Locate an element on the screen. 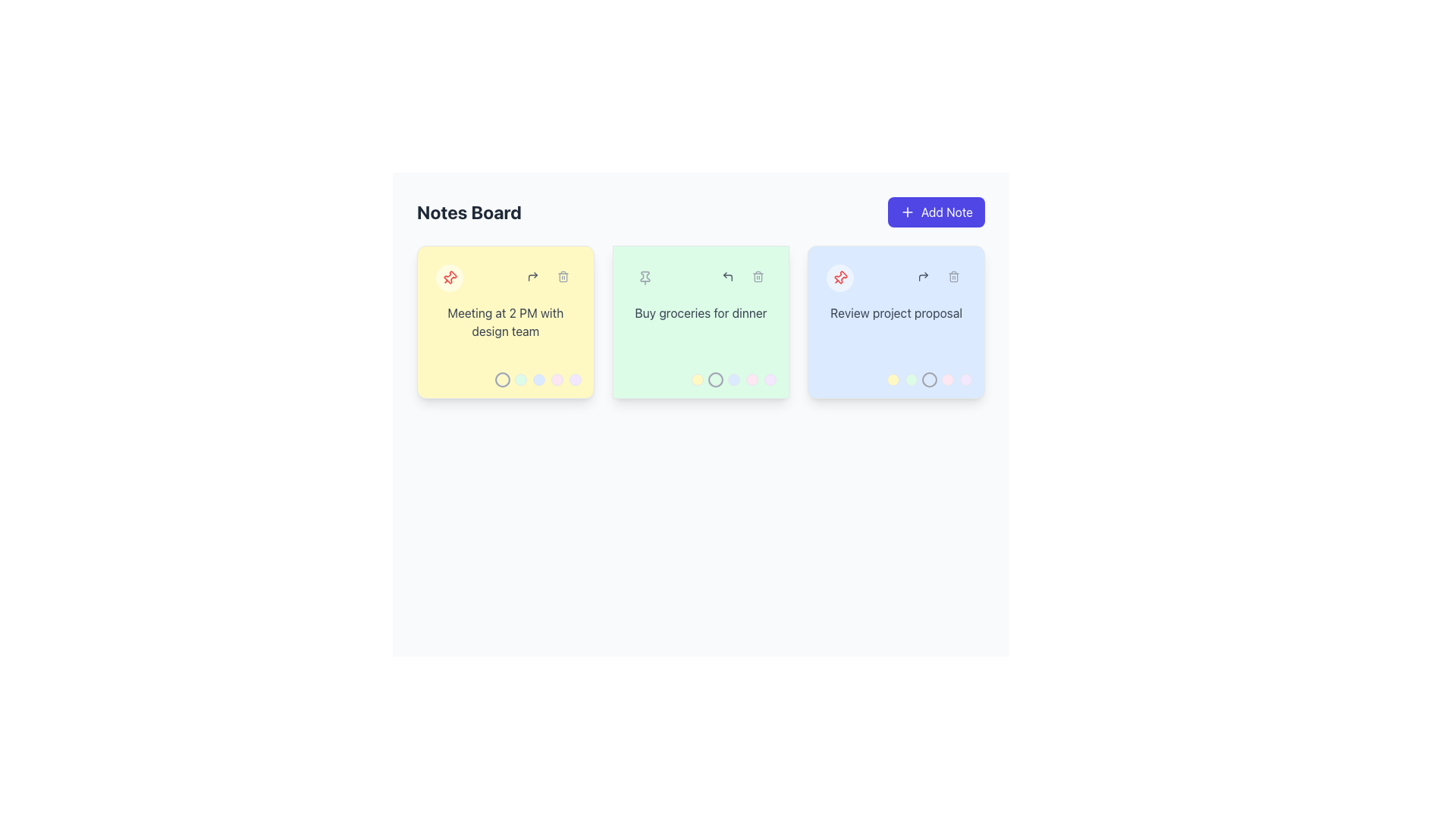 The height and width of the screenshot is (819, 1456). the third circular toggle button located at the bottom-right corner of the second note card titled 'Buy groceries for dinner' is located at coordinates (734, 379).